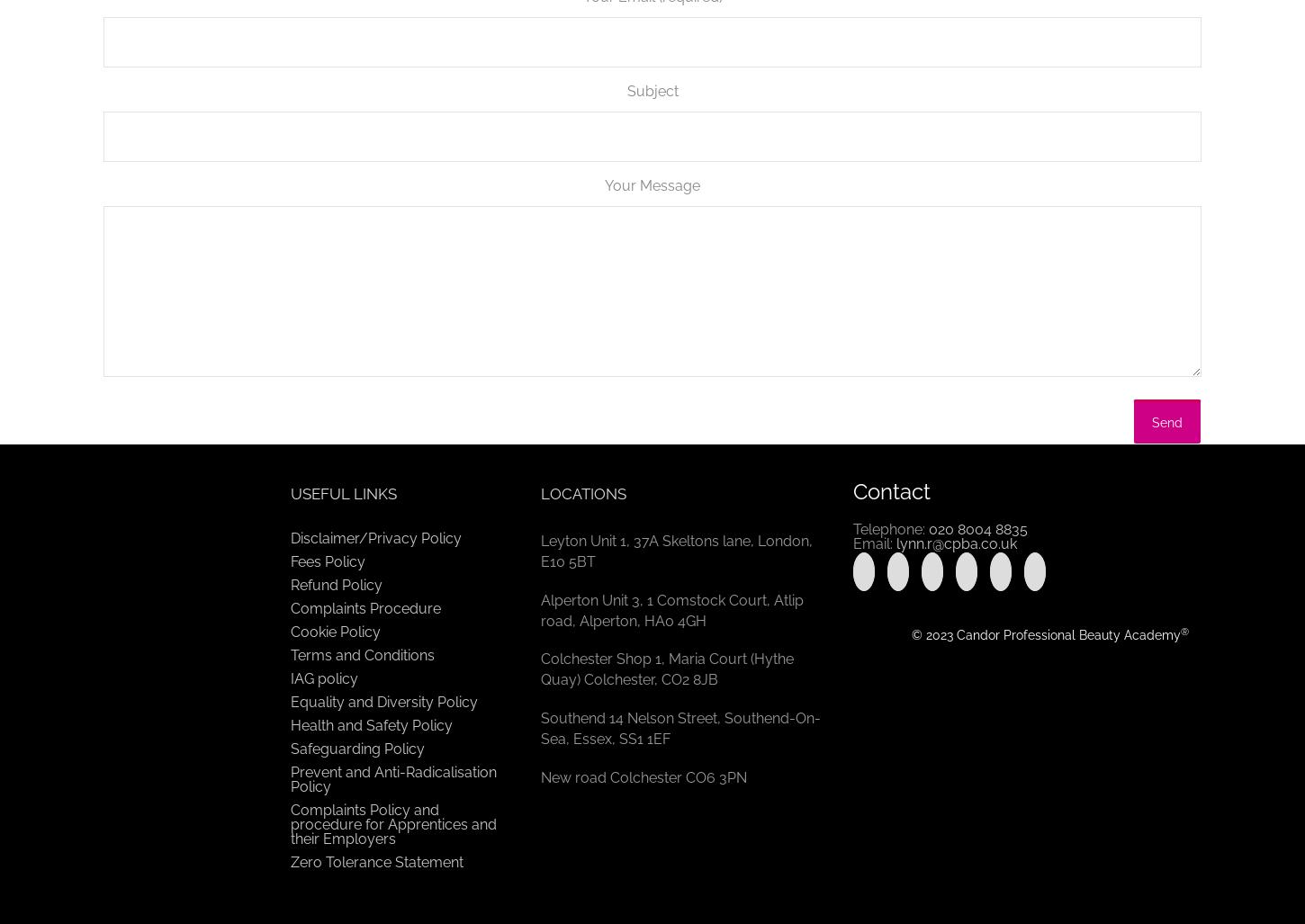 The image size is (1305, 924). Describe the element at coordinates (291, 655) in the screenshot. I see `'Terms and Conditions'` at that location.